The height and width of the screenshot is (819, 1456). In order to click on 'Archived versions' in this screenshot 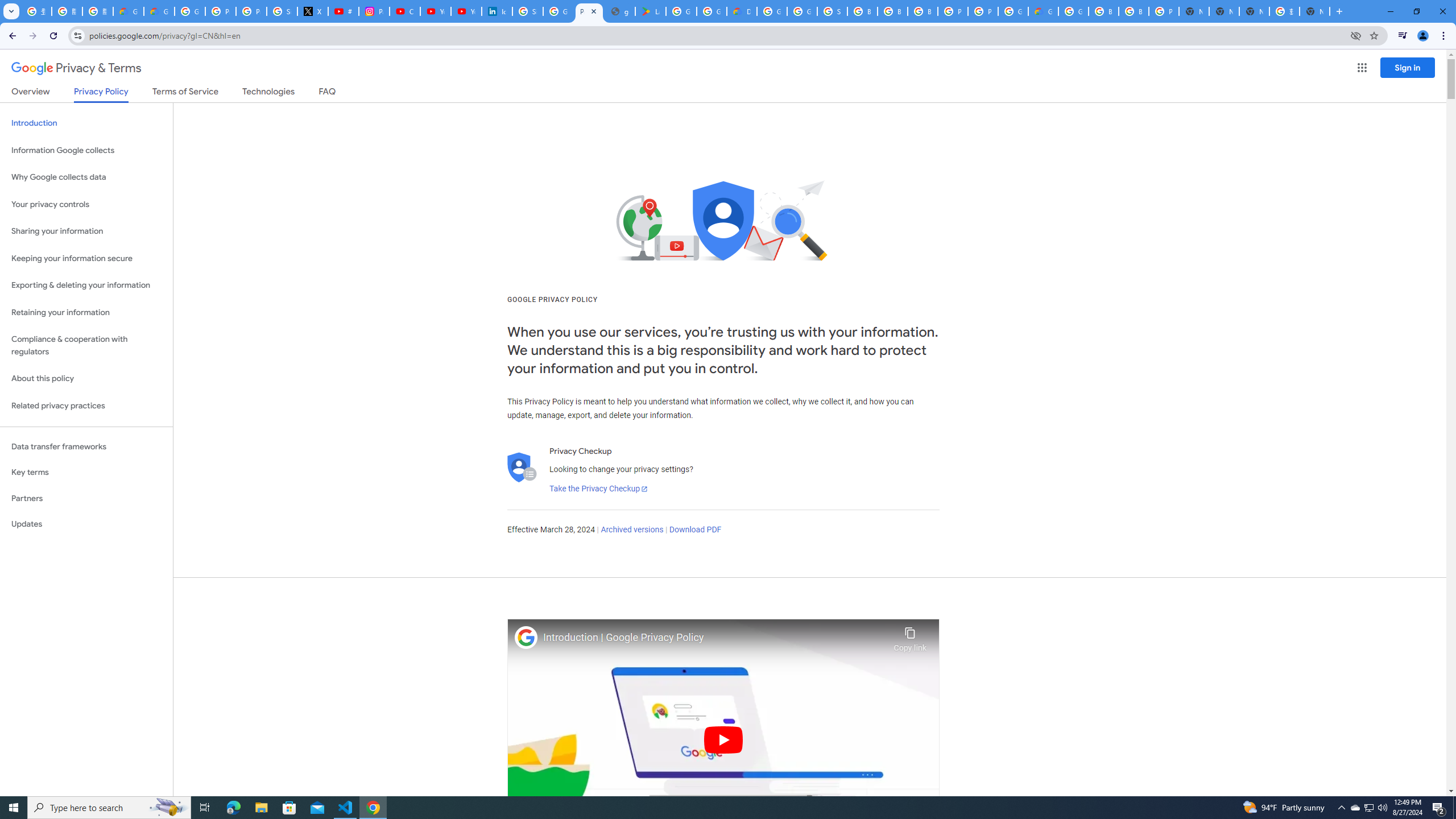, I will do `click(631, 529)`.